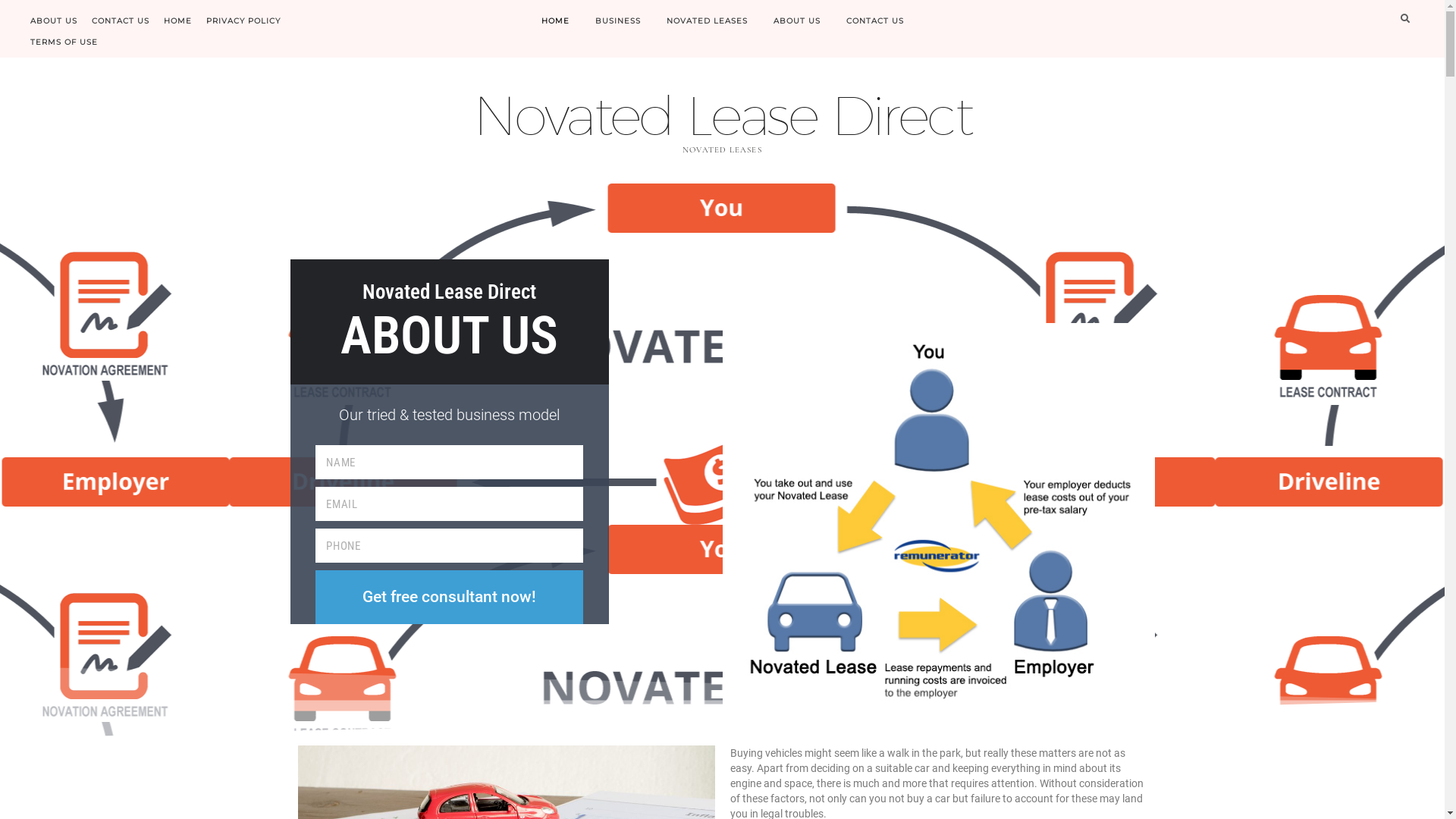 This screenshot has height=819, width=1456. I want to click on 'Novated Lease Direct', so click(721, 114).